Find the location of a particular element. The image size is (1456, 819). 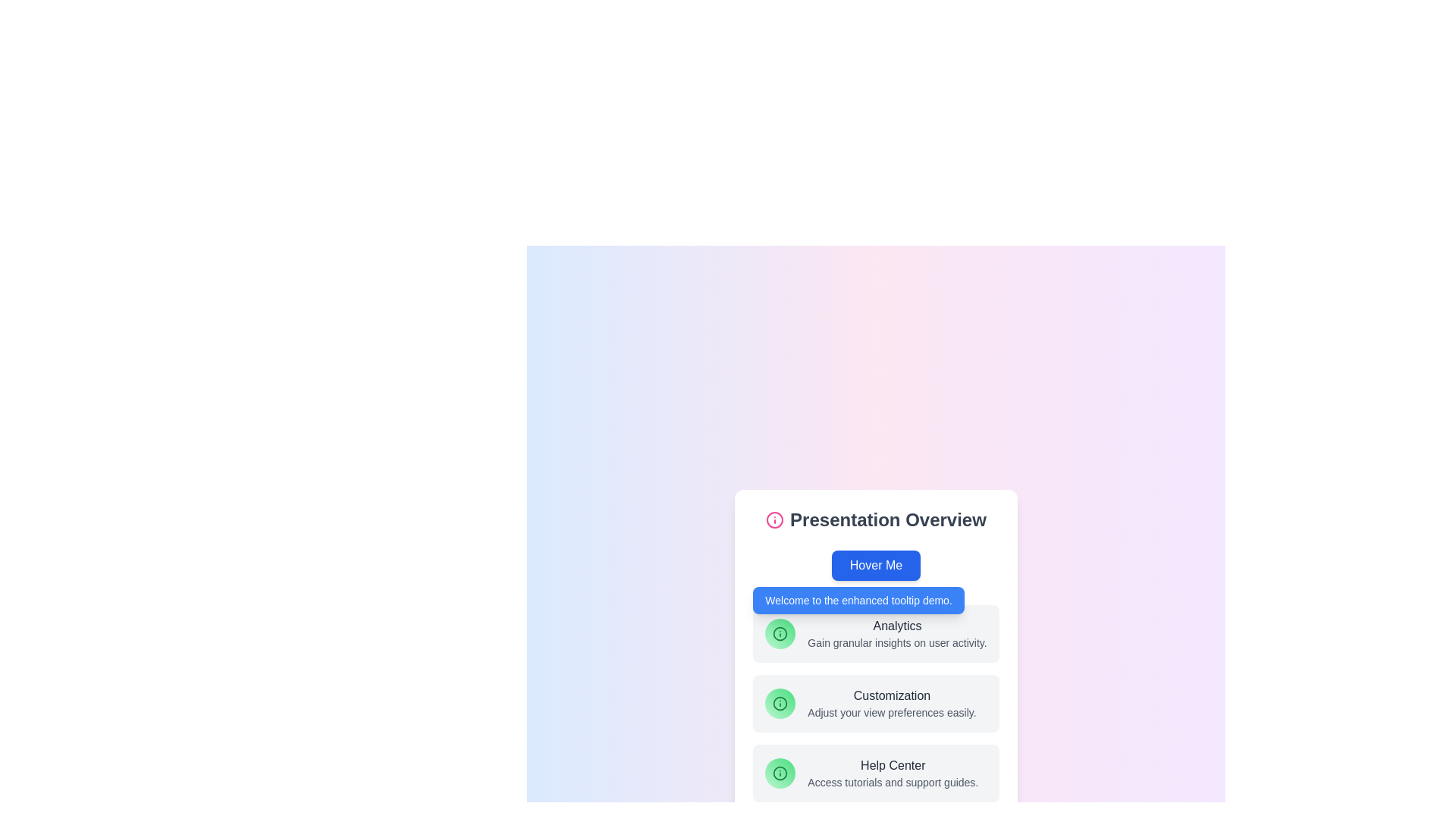

the circular information icon with a green gradient background, located to the left of the 'Analytics' label in the vertical list of icons is located at coordinates (780, 773).